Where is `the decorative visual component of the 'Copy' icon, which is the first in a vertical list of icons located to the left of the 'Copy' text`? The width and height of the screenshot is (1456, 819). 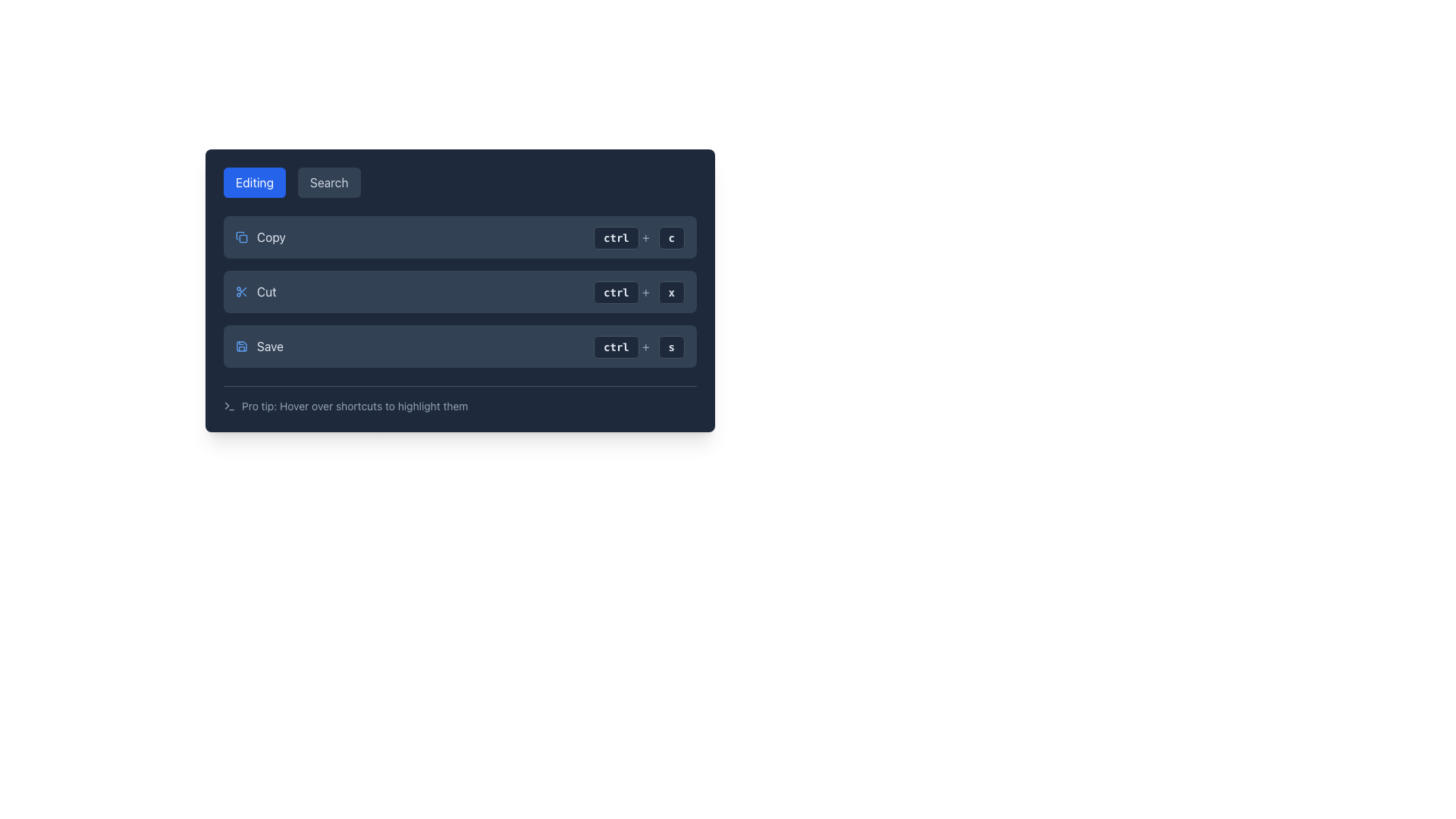
the decorative visual component of the 'Copy' icon, which is the first in a vertical list of icons located to the left of the 'Copy' text is located at coordinates (243, 239).